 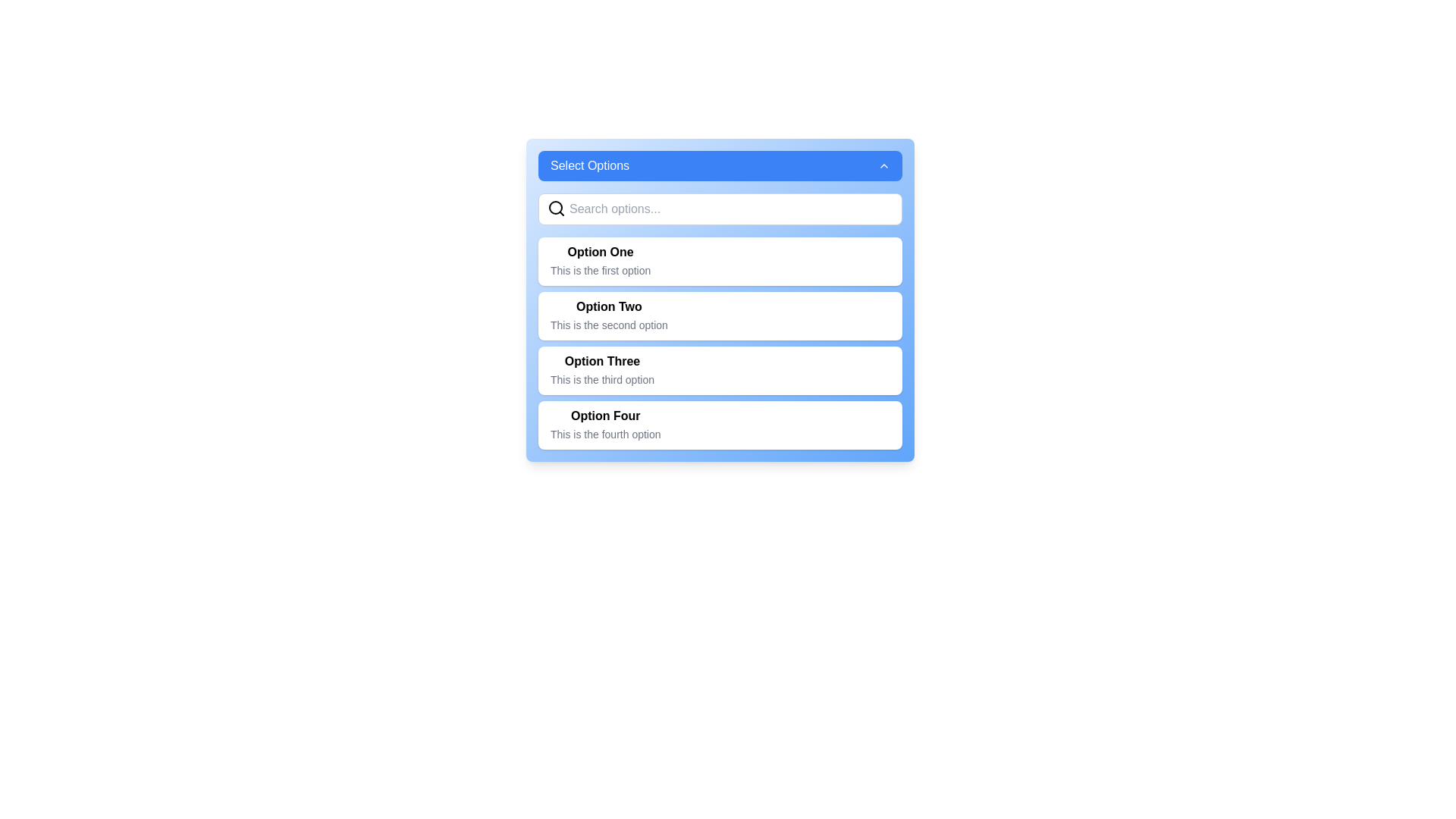 I want to click on the descriptive text label that clarifies the intent of the third option in the dropdown menu, located below 'Option Three', so click(x=601, y=379).